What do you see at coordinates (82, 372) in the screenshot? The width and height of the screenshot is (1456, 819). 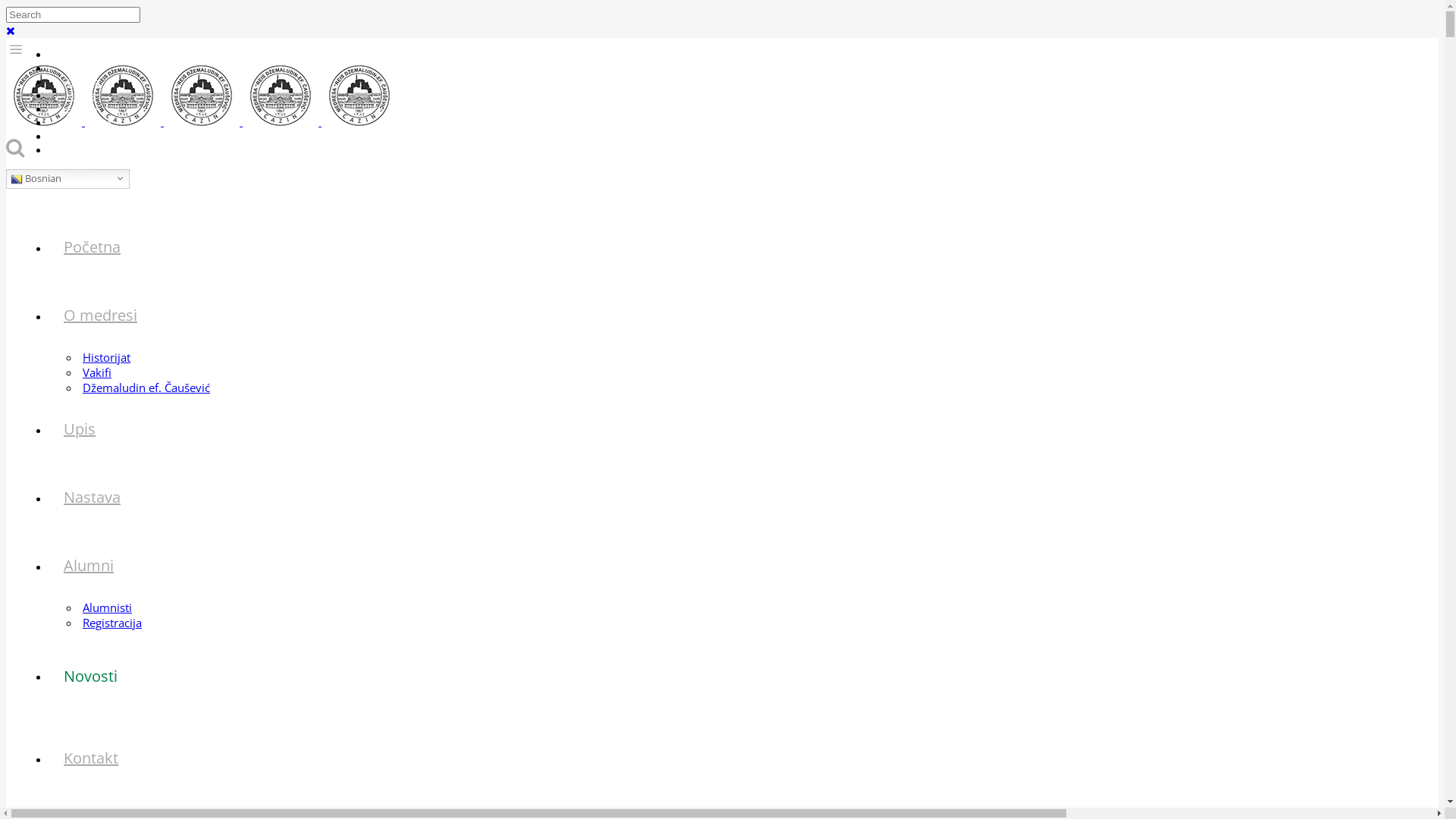 I see `'Vakifi'` at bounding box center [82, 372].